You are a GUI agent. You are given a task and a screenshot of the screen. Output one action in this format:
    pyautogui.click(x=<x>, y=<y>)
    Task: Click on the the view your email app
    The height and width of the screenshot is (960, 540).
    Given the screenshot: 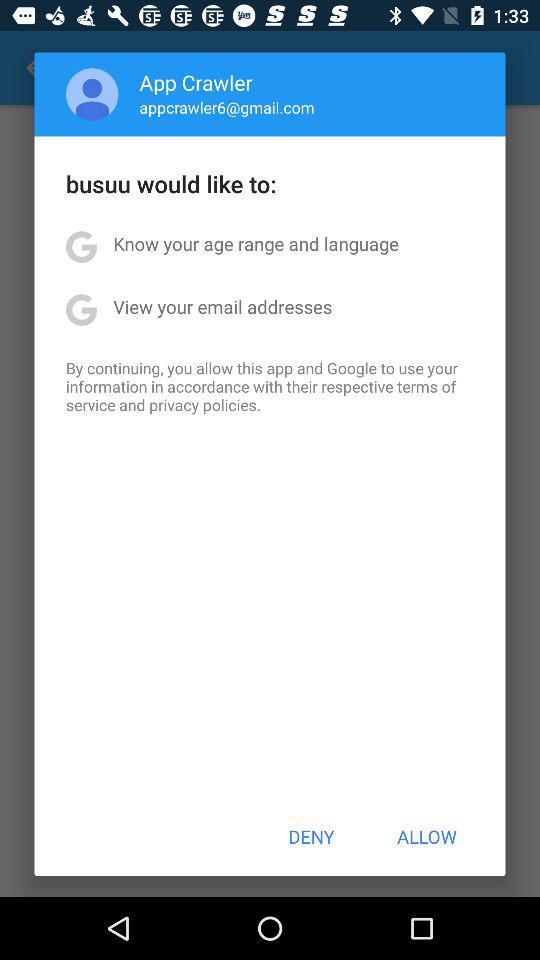 What is the action you would take?
    pyautogui.click(x=221, y=306)
    